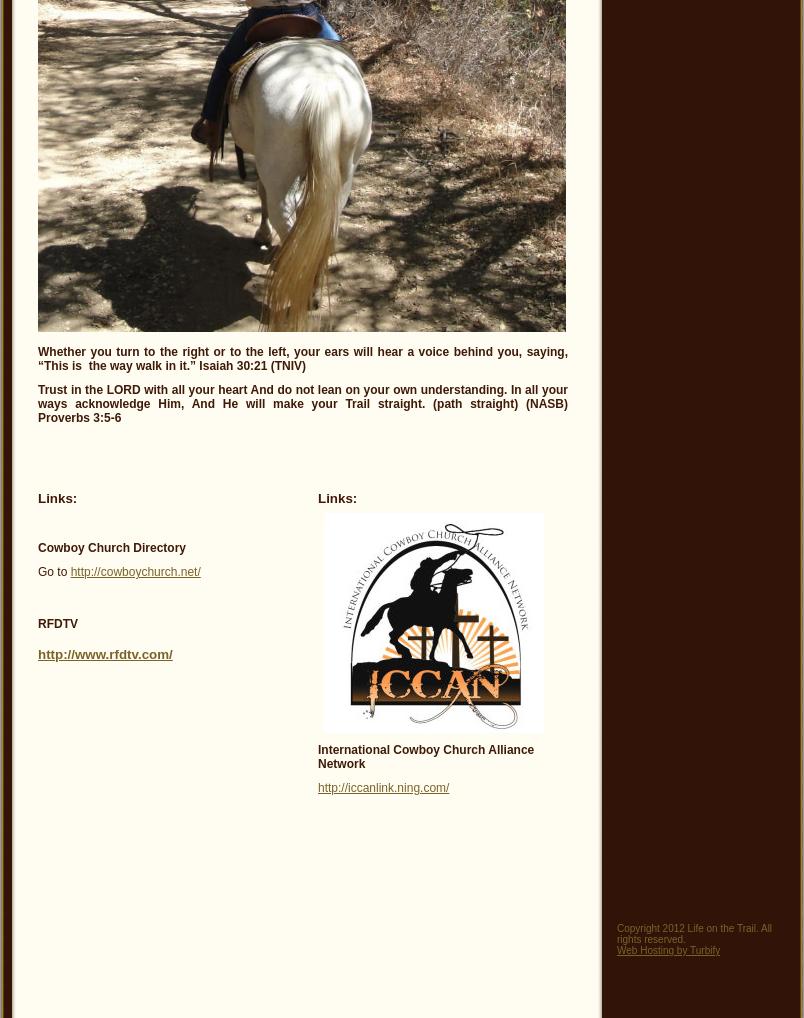 This screenshot has width=804, height=1018. I want to click on 'International Cowboy Church Alliance Network', so click(317, 755).